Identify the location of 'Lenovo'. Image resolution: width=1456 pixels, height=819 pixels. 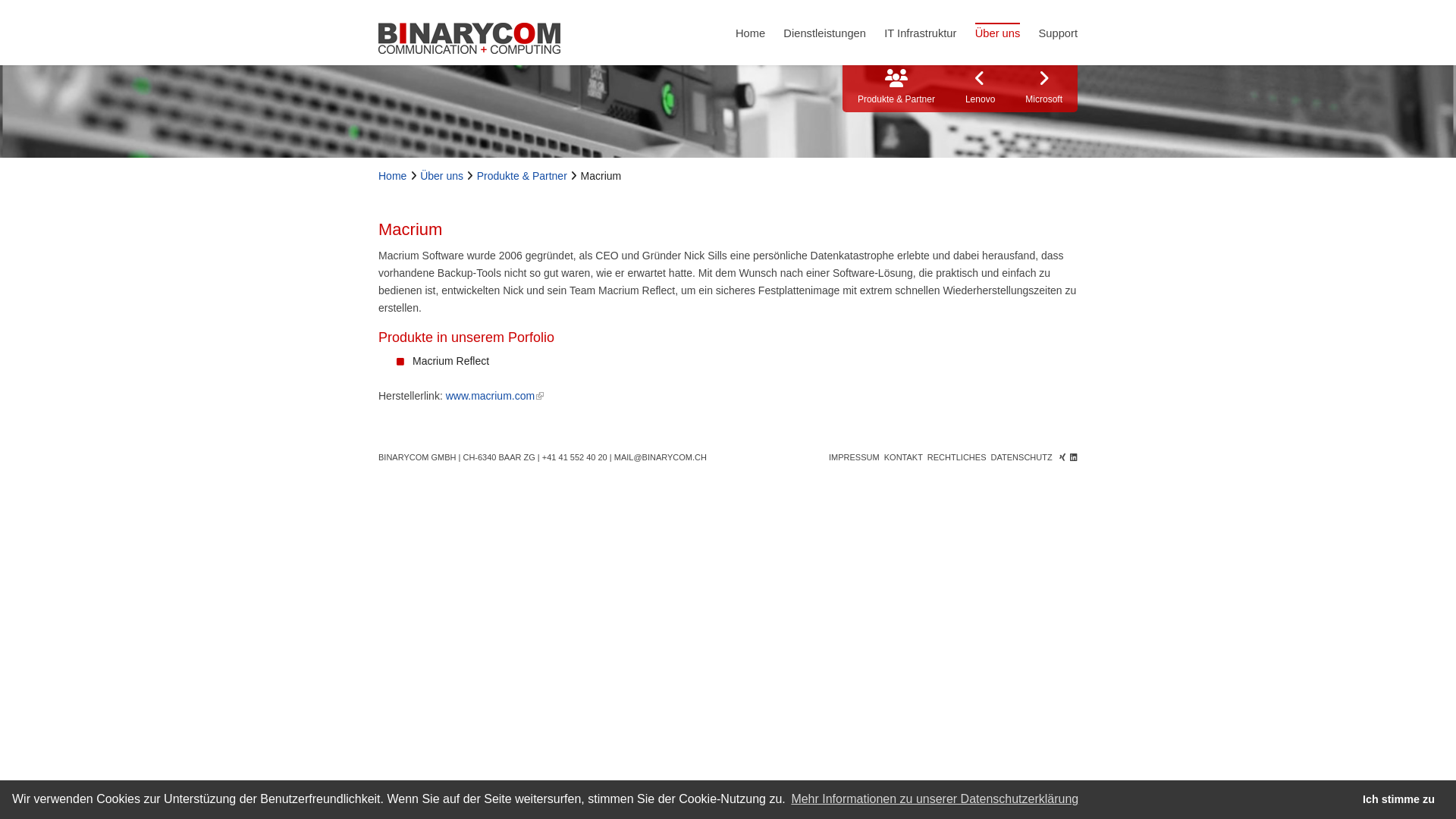
(980, 88).